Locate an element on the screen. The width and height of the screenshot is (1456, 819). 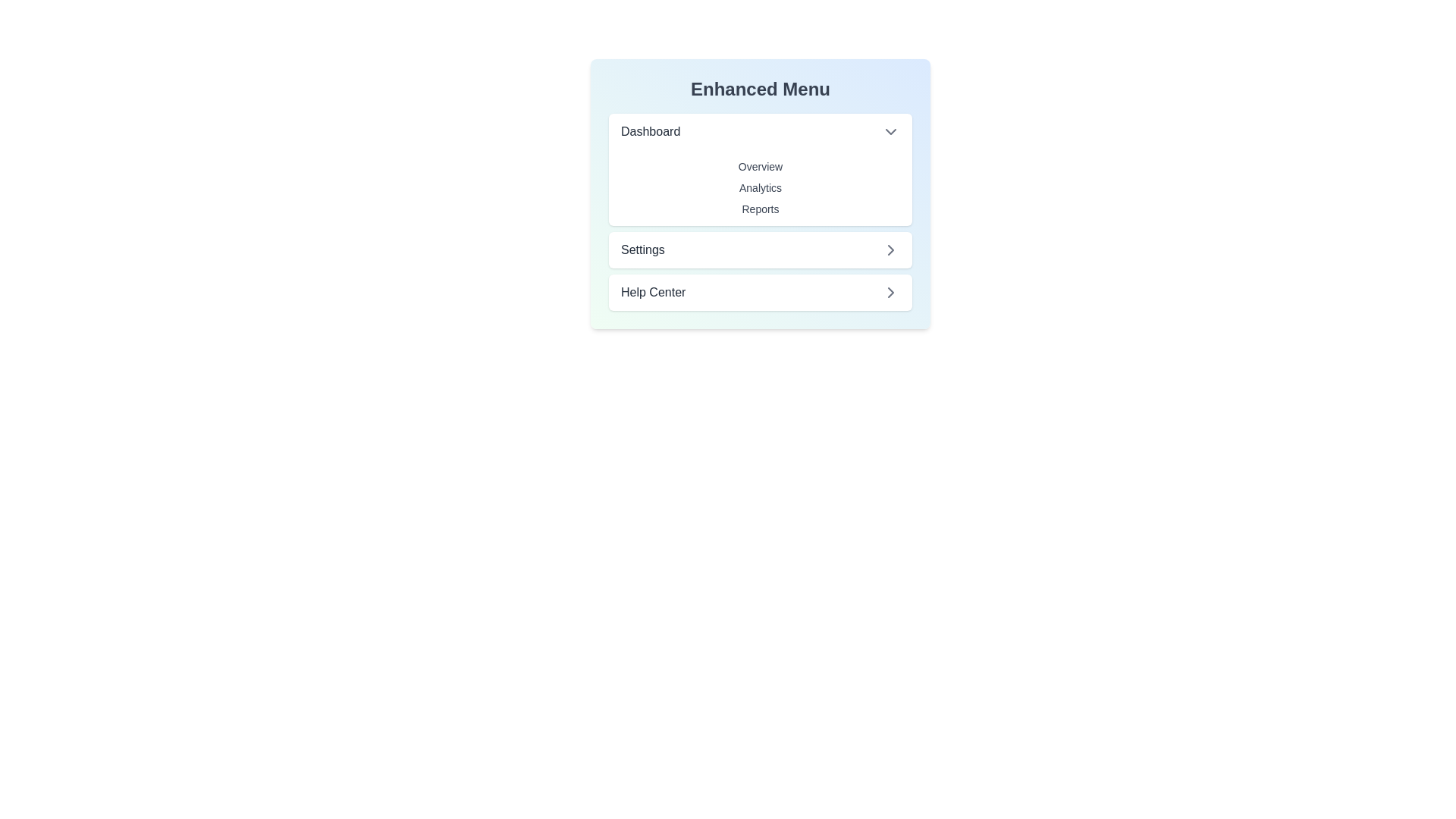
the right-pointing chevron arrow icon located in the 'Settings' menu, positioned to the far right of the 'Settings' label for additional interaction is located at coordinates (891, 249).